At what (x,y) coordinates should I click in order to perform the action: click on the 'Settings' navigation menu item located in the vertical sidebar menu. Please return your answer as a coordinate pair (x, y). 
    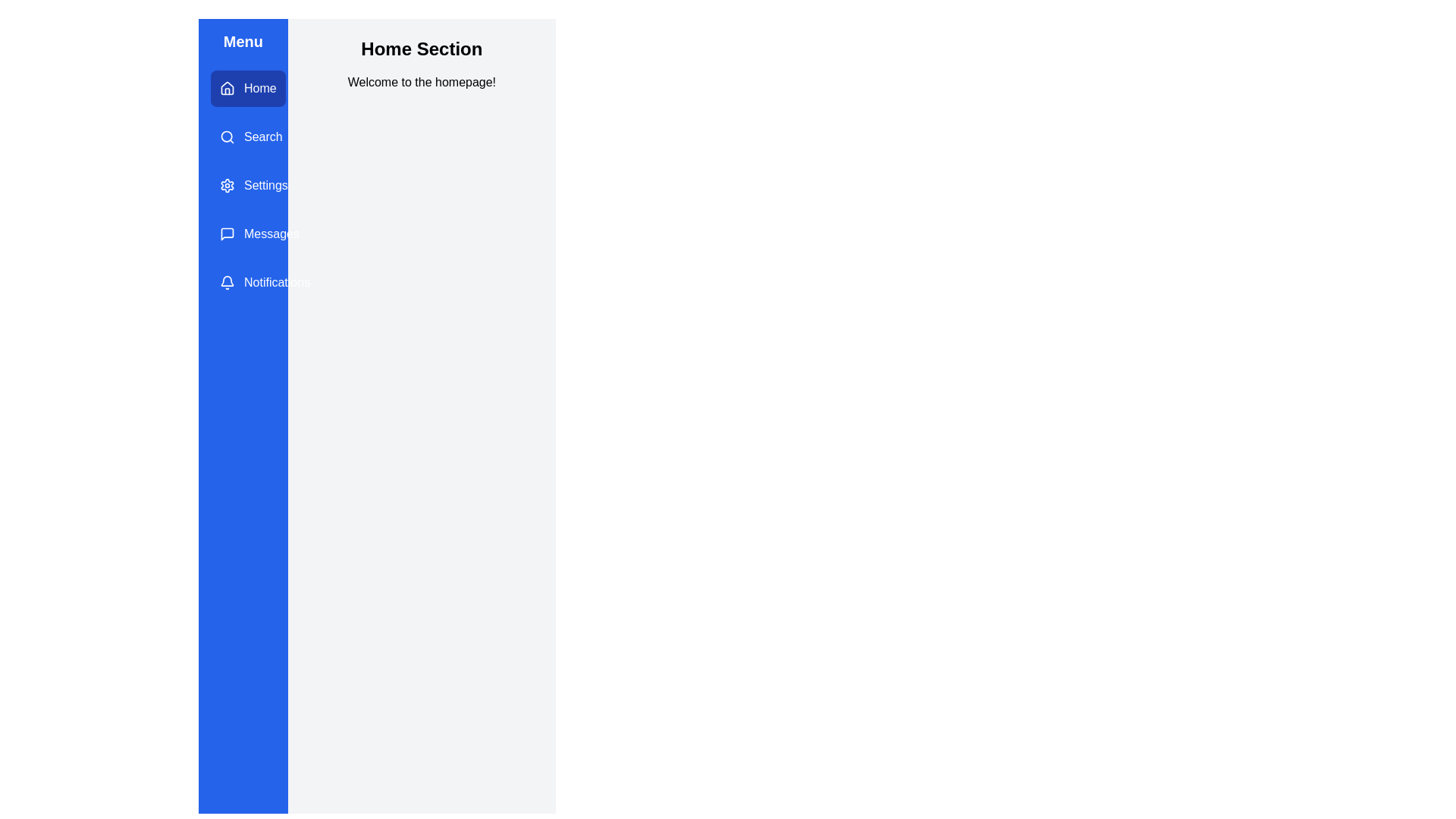
    Looking at the image, I should click on (253, 185).